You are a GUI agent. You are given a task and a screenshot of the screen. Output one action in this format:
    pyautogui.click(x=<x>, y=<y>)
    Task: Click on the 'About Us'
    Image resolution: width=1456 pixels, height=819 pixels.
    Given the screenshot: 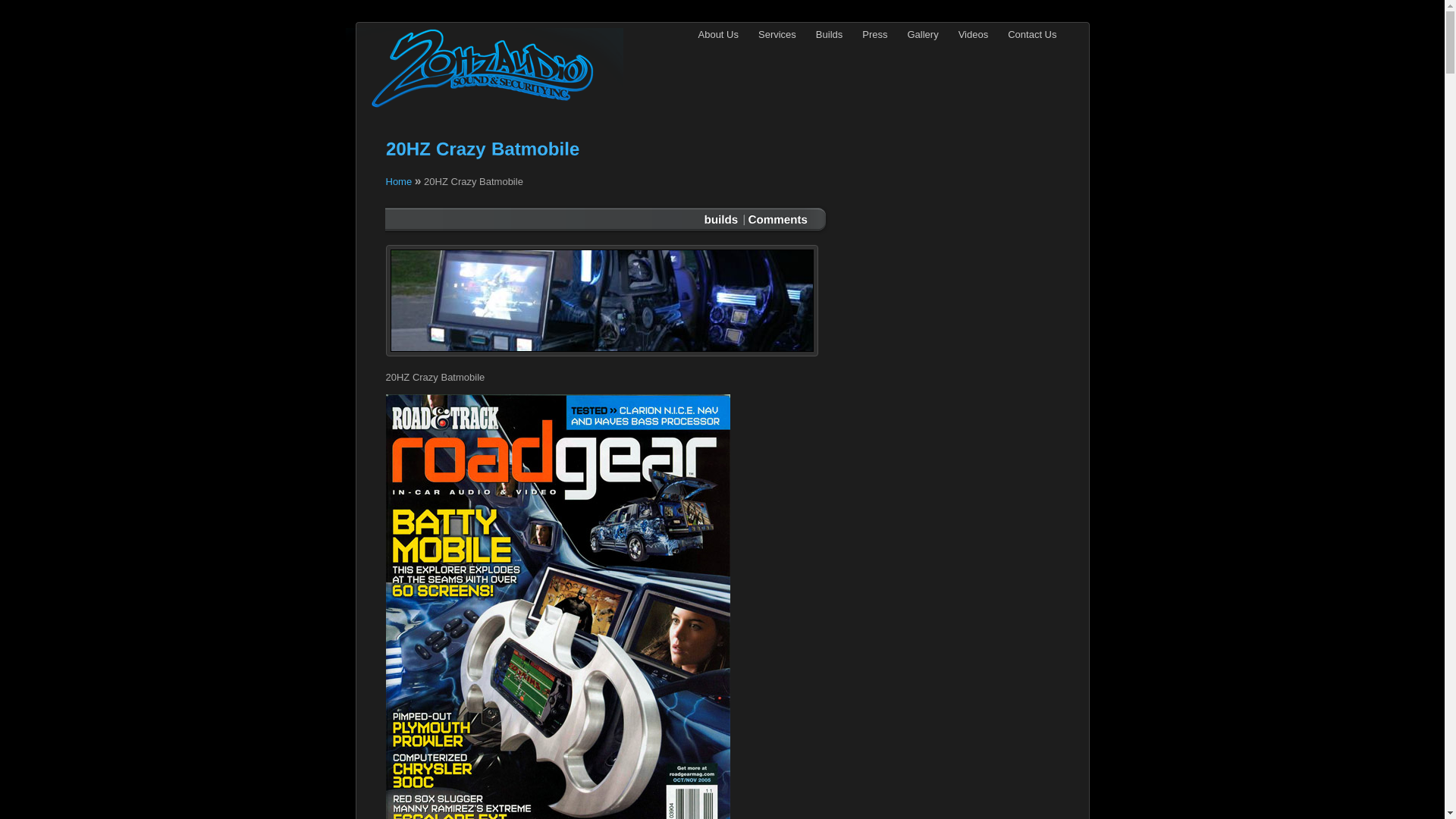 What is the action you would take?
    pyautogui.click(x=687, y=34)
    